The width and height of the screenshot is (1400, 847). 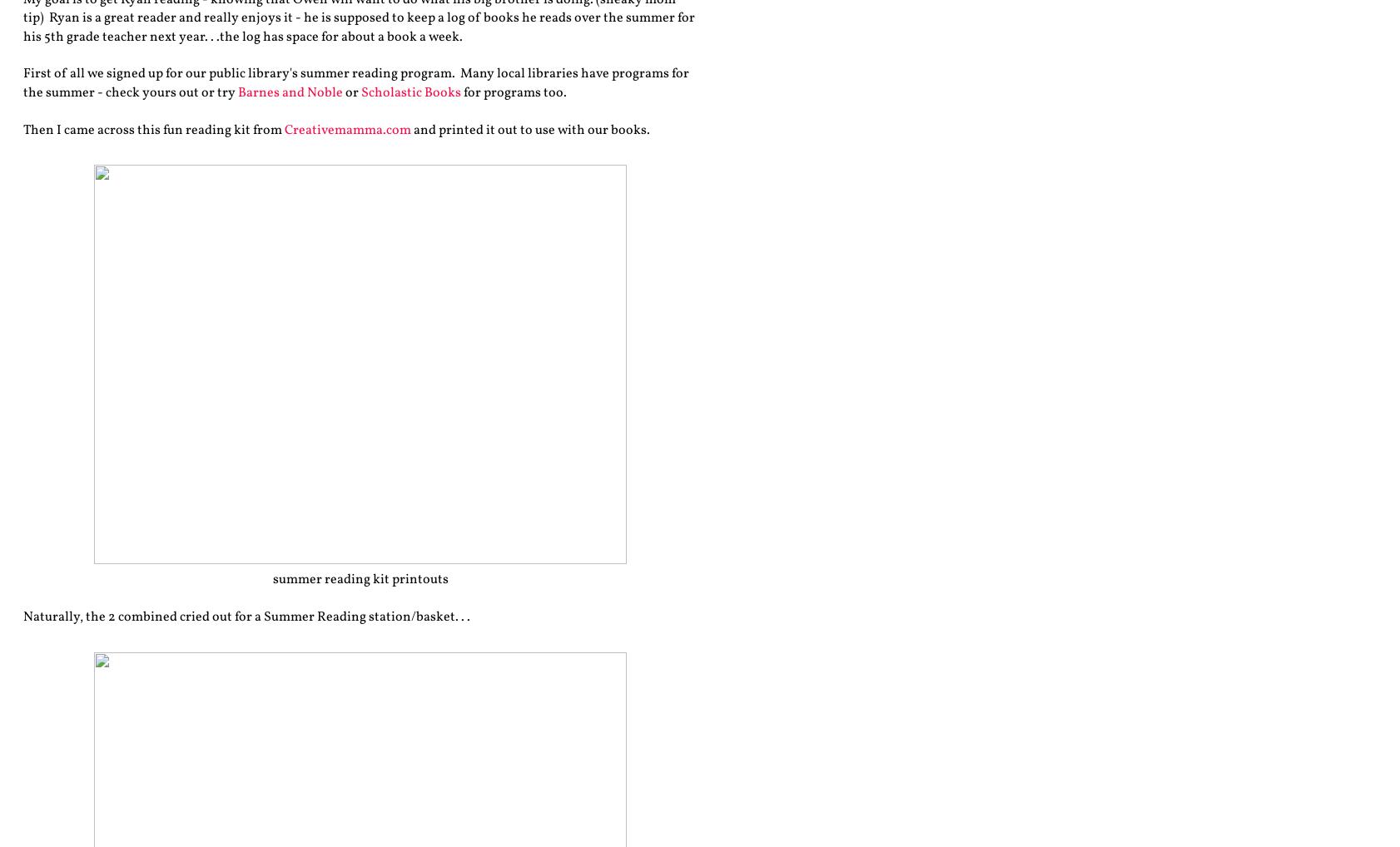 I want to click on 'or', so click(x=352, y=91).